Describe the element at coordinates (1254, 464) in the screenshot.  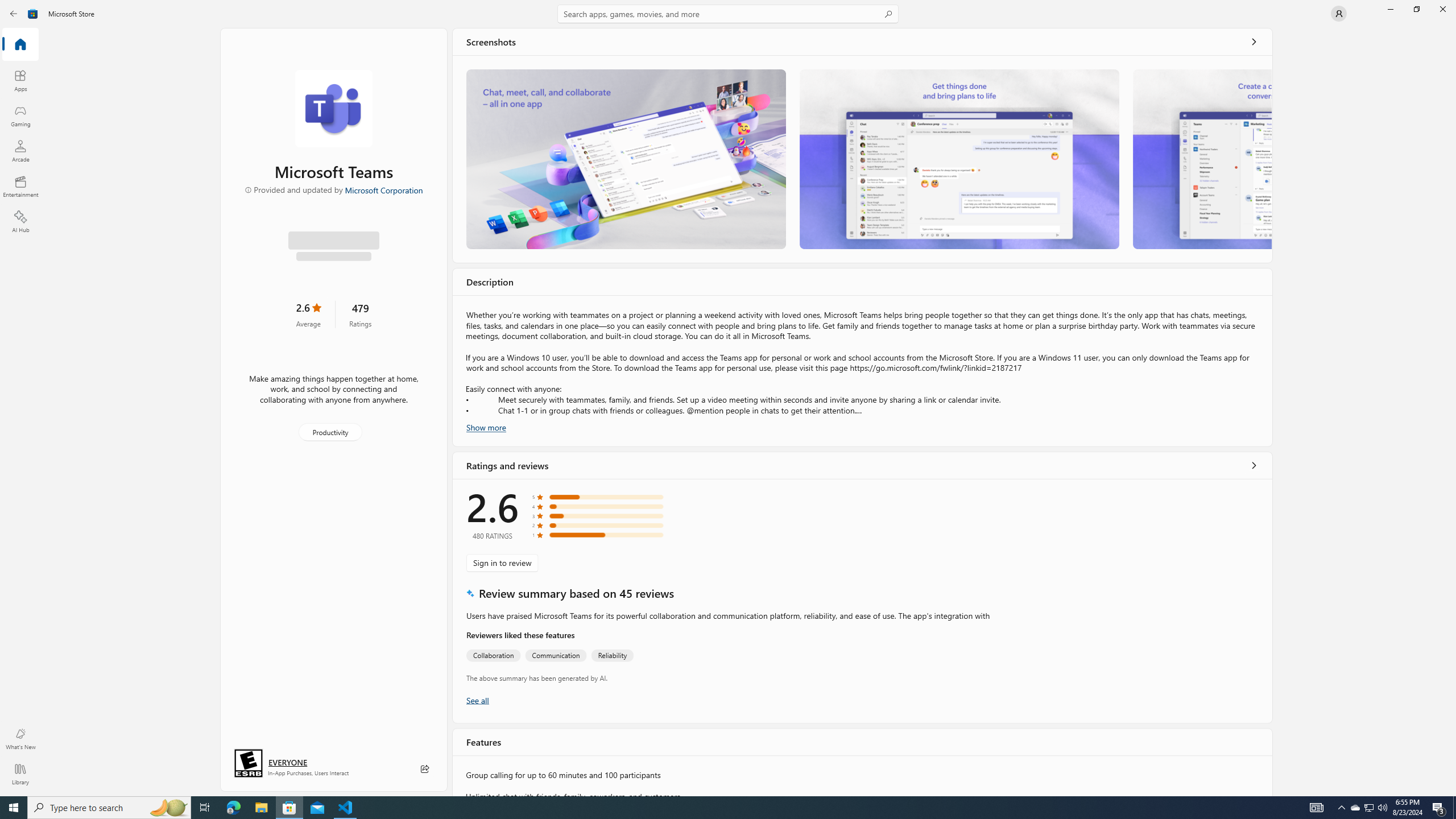
I see `'Show all ratings and reviews'` at that location.